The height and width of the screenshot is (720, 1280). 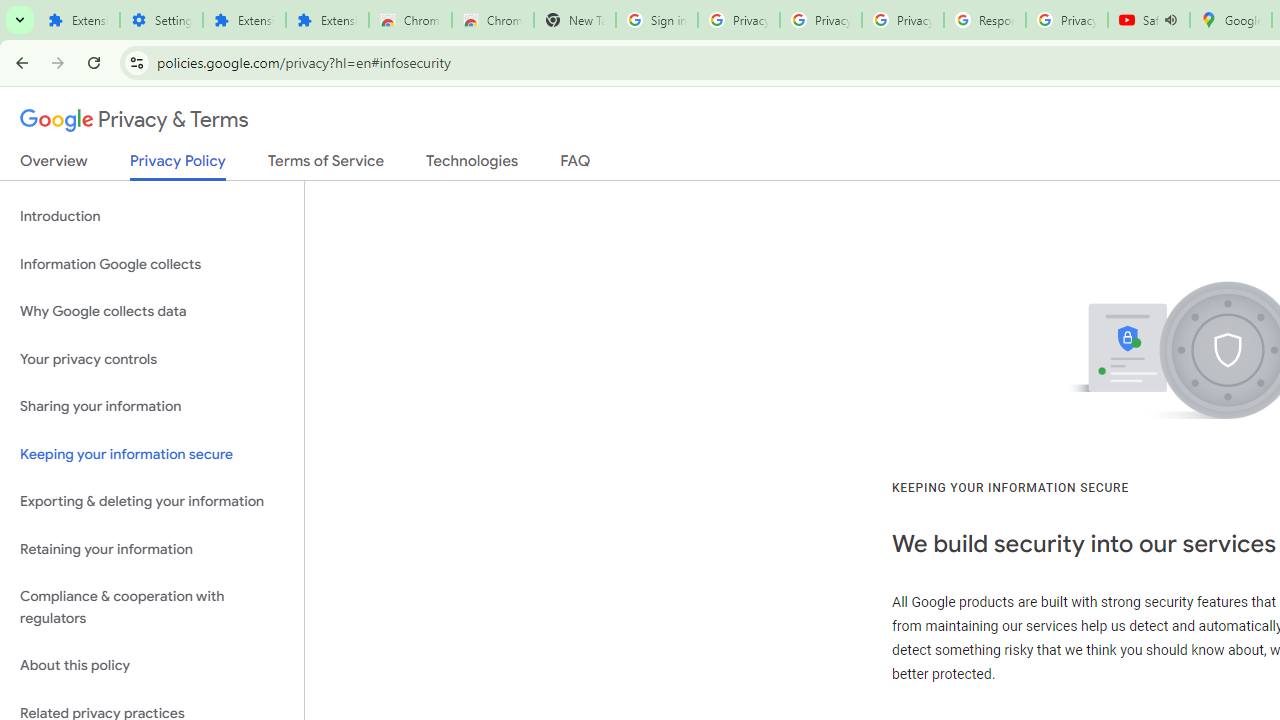 What do you see at coordinates (1171, 20) in the screenshot?
I see `'Mute tab'` at bounding box center [1171, 20].